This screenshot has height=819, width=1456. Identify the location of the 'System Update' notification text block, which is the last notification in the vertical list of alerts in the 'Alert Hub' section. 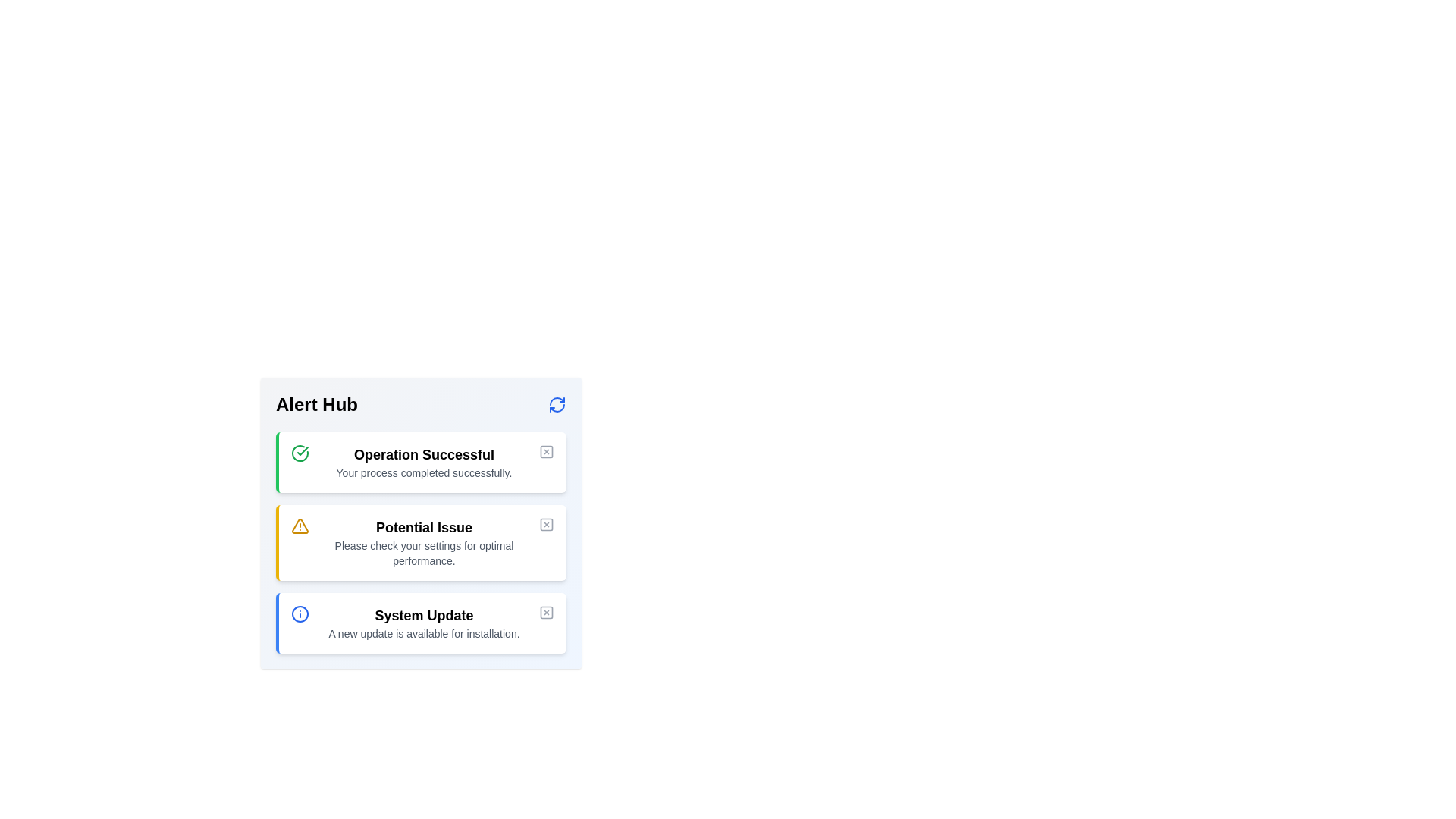
(424, 623).